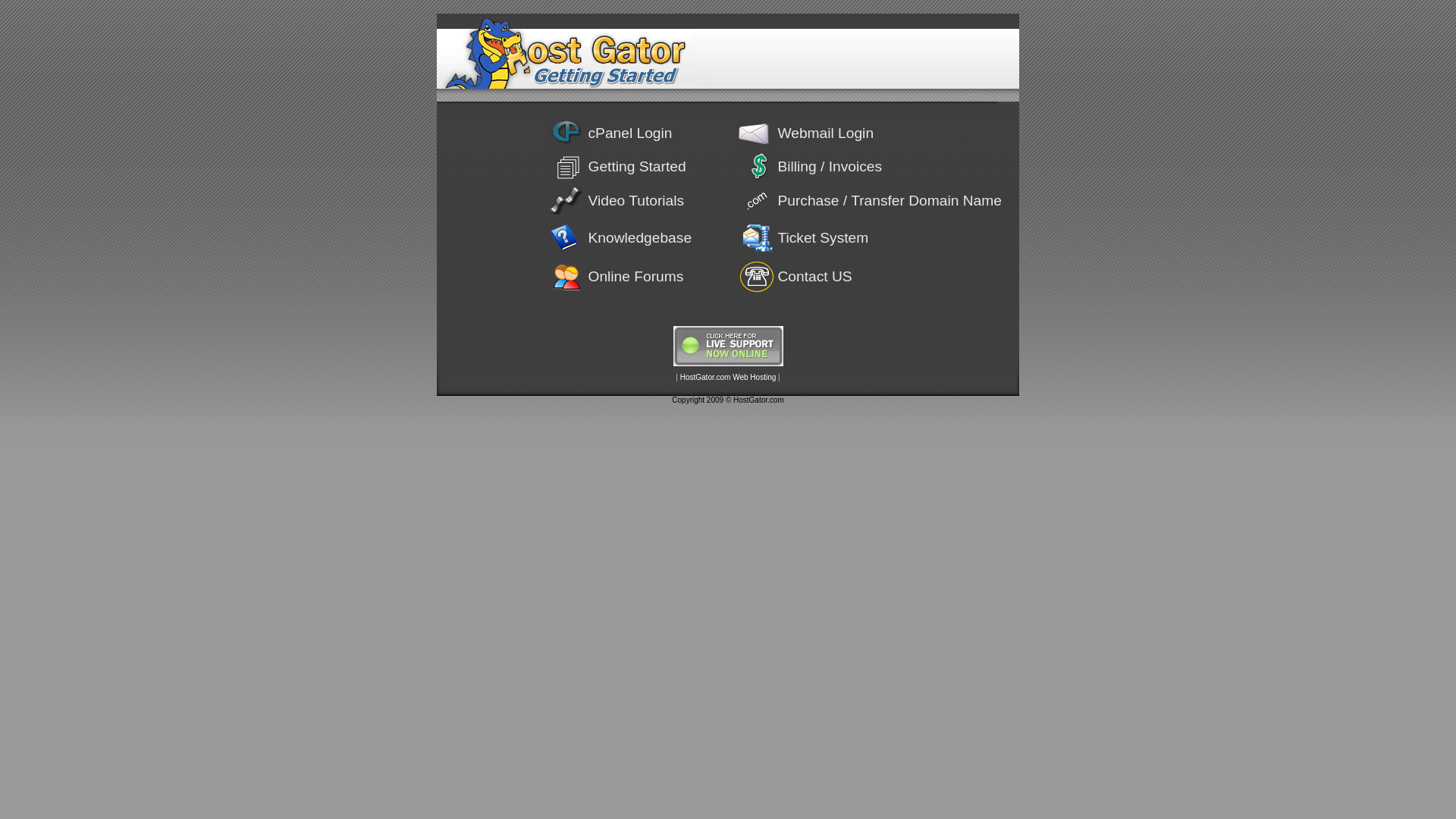 The image size is (1456, 819). Describe the element at coordinates (829, 166) in the screenshot. I see `'Billing / Invoices'` at that location.